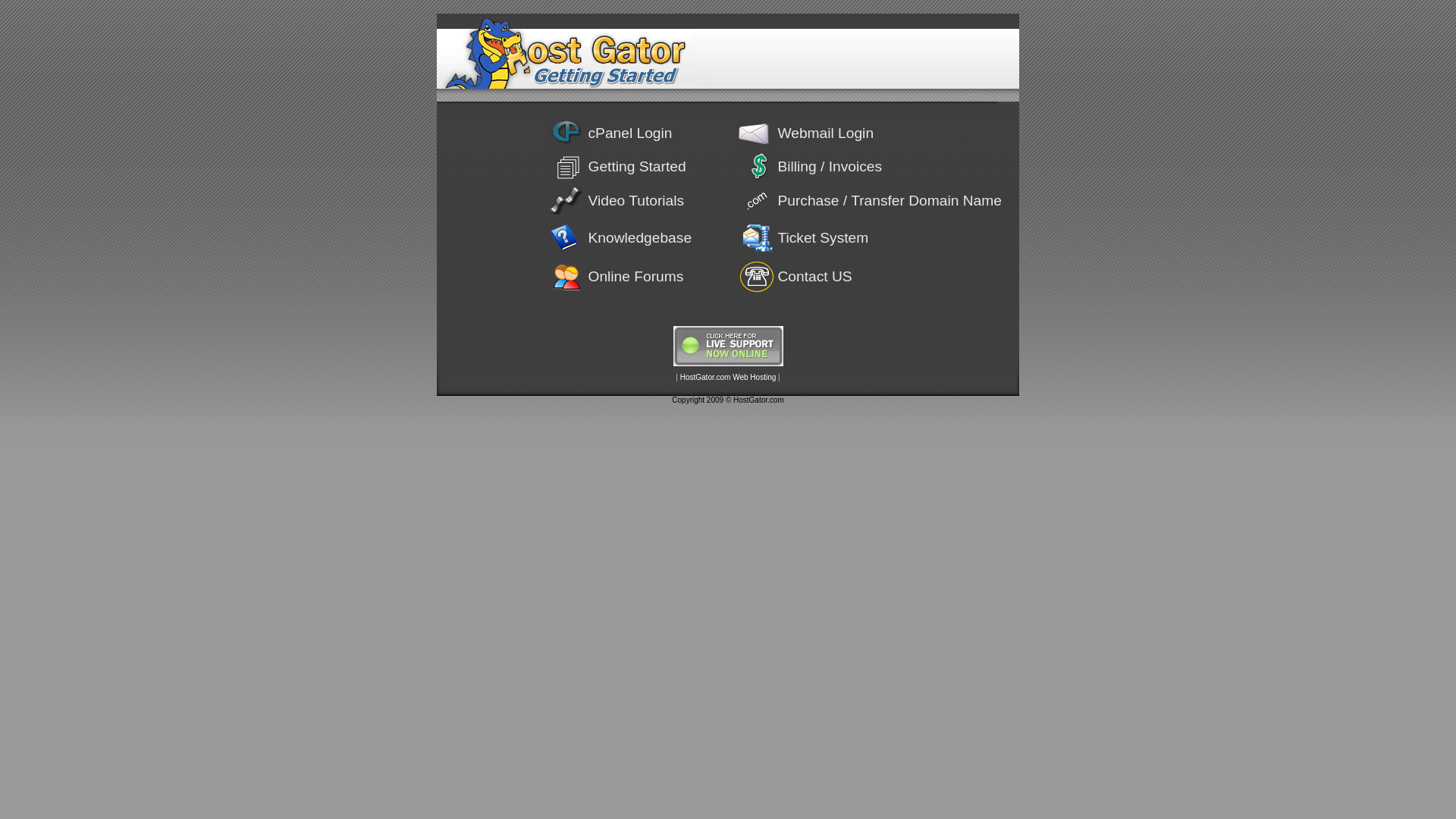 The image size is (1456, 819). Describe the element at coordinates (829, 166) in the screenshot. I see `'Billing / Invoices'` at that location.